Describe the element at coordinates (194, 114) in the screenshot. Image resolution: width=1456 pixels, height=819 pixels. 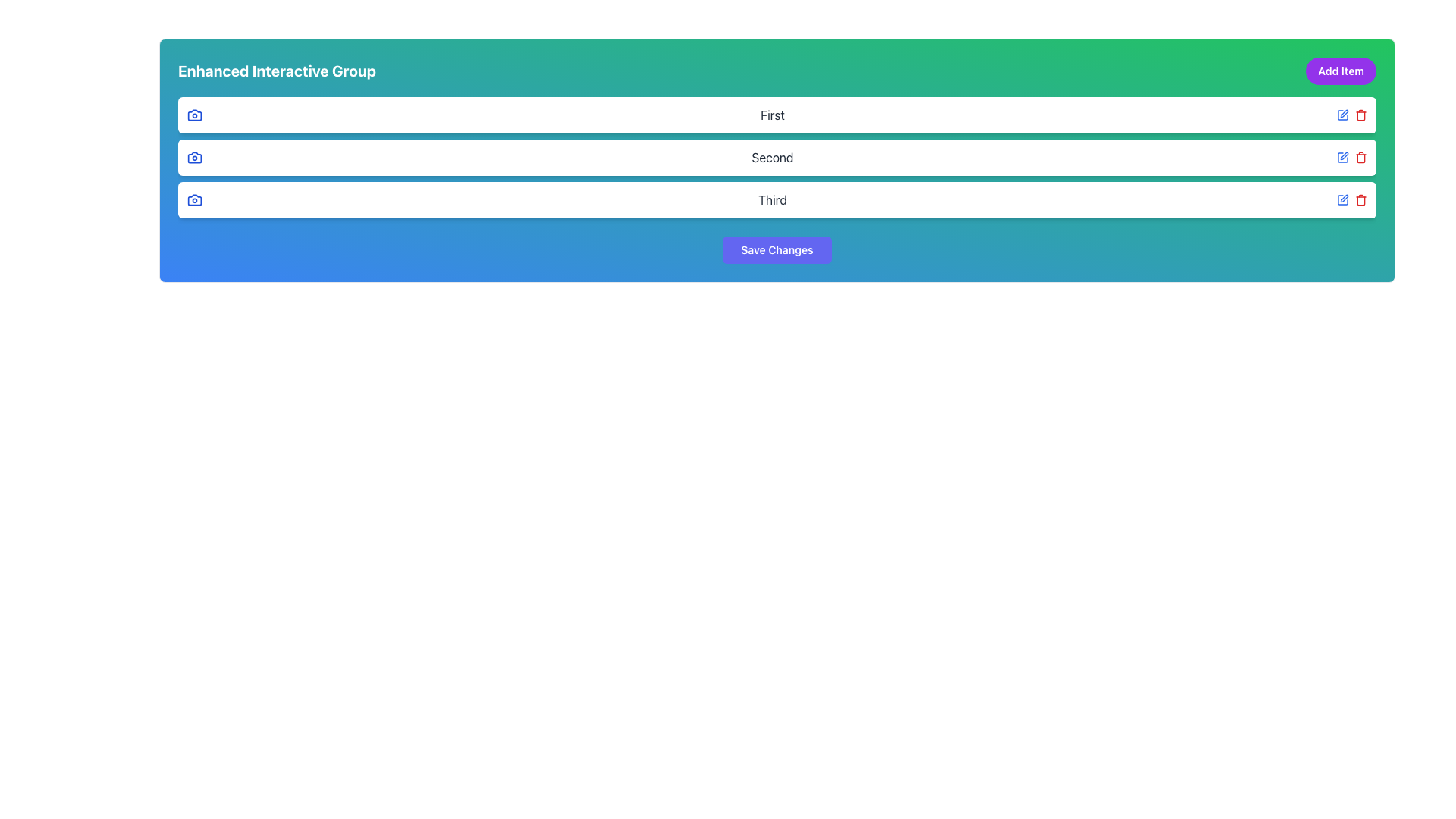
I see `the specific shape within the camera icon located at the left side of the first row in the 'Enhanced Interactive Group' section, characterized by its blue outline` at that location.